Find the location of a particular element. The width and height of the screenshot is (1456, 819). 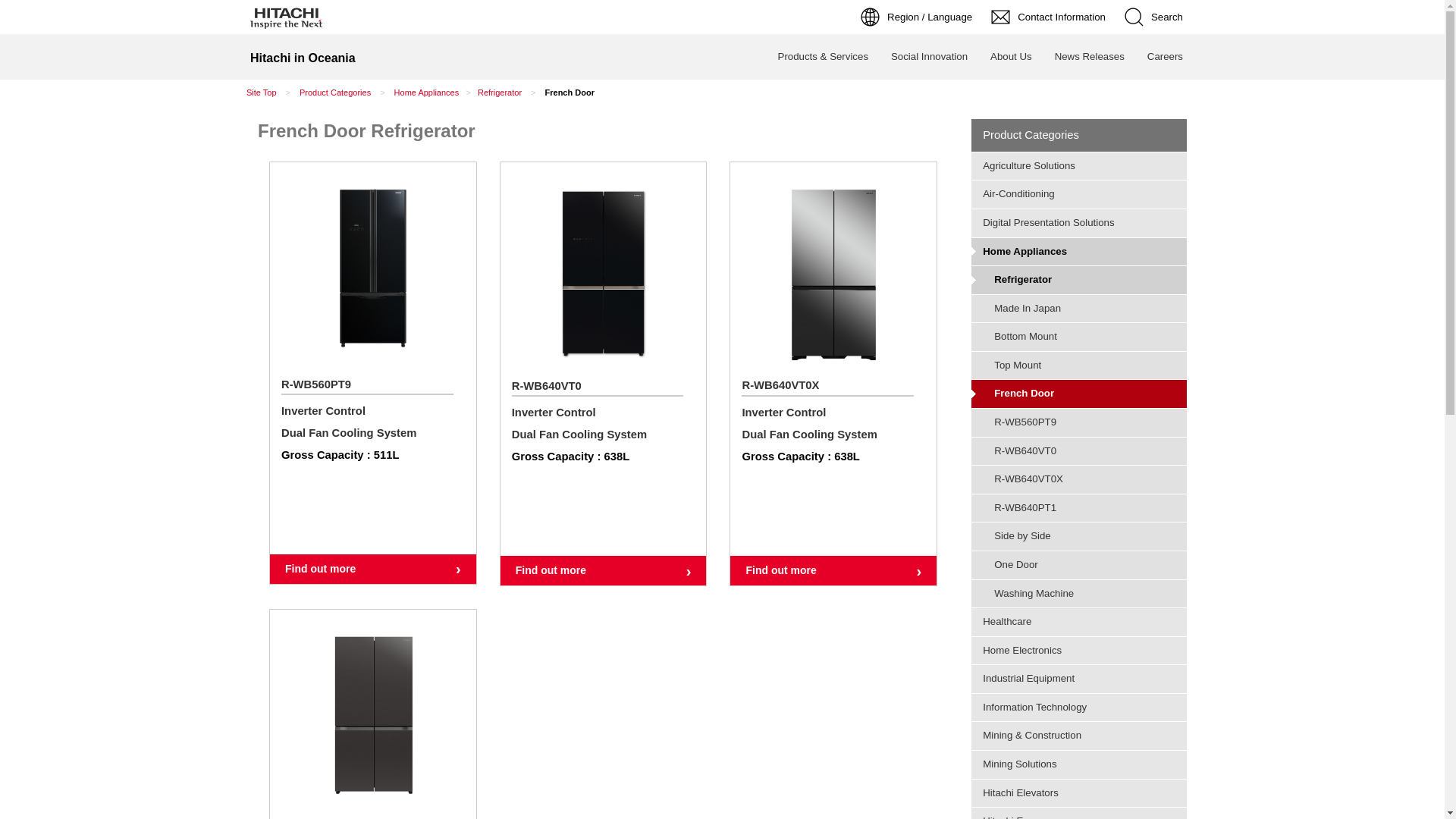

'About Us' is located at coordinates (1011, 55).